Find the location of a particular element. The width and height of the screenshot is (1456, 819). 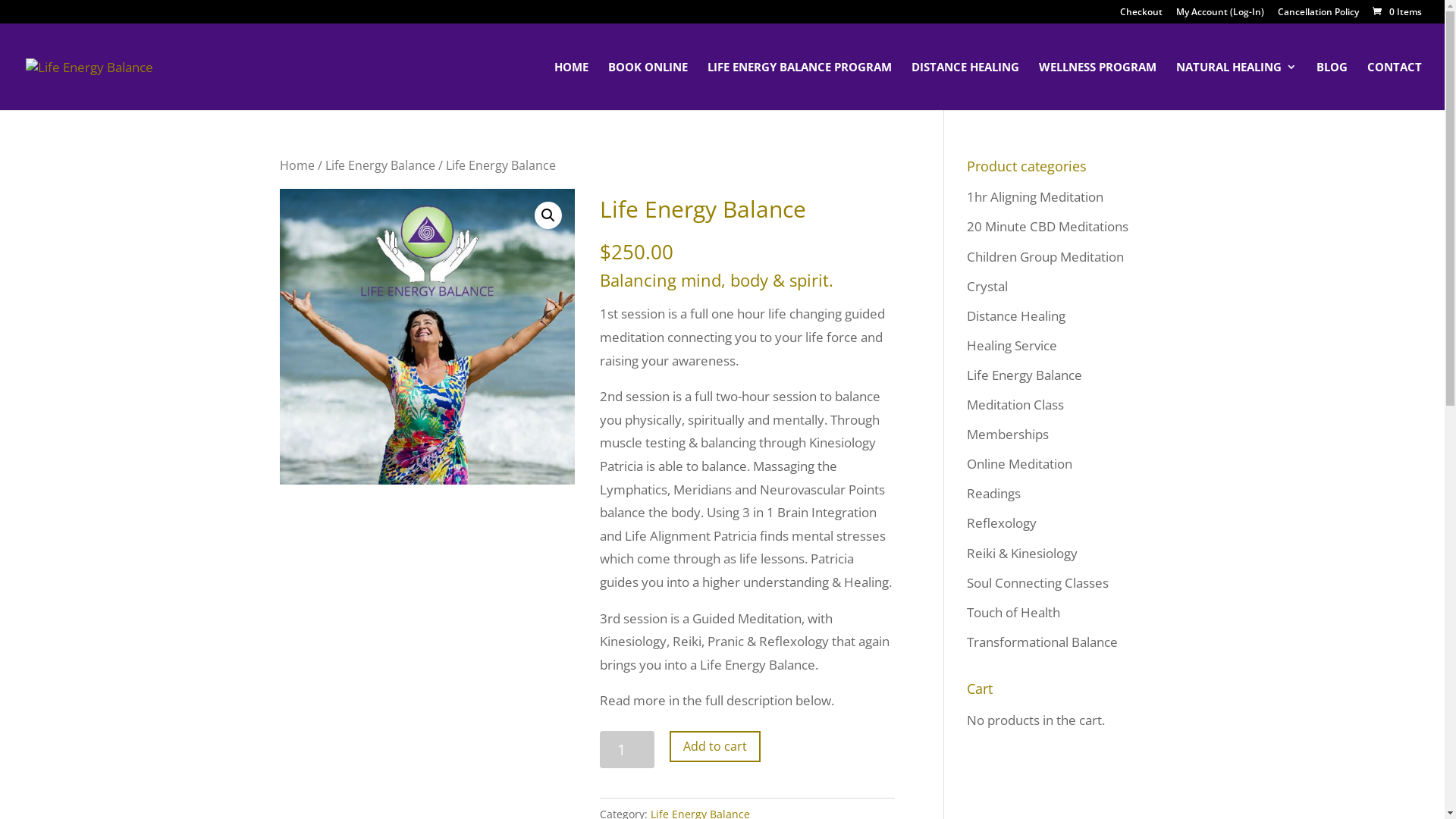

'Memberships' is located at coordinates (1007, 434).